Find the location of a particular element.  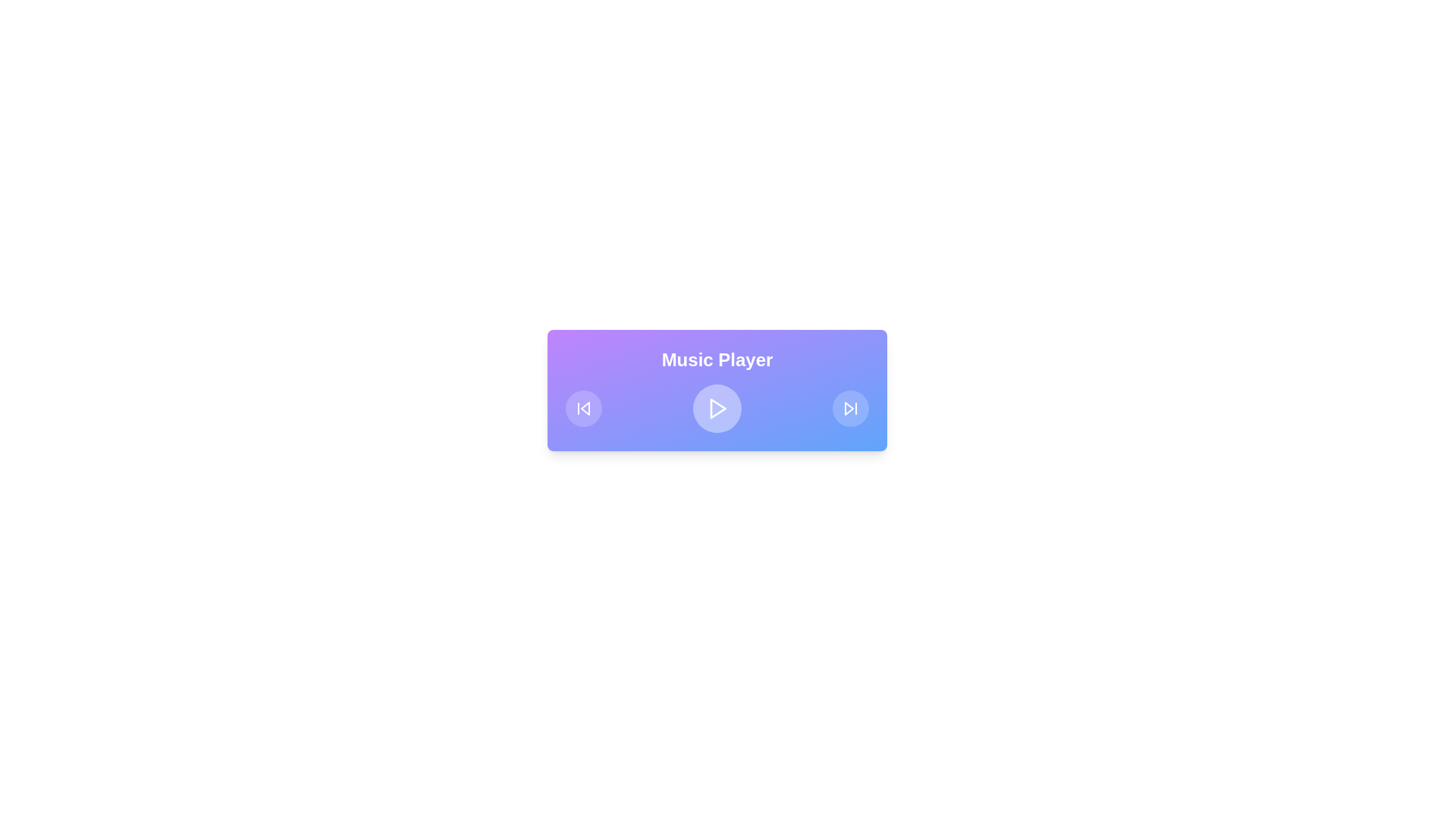

the circular 'skip forward' button with a blue background and white arrow symbol is located at coordinates (851, 408).